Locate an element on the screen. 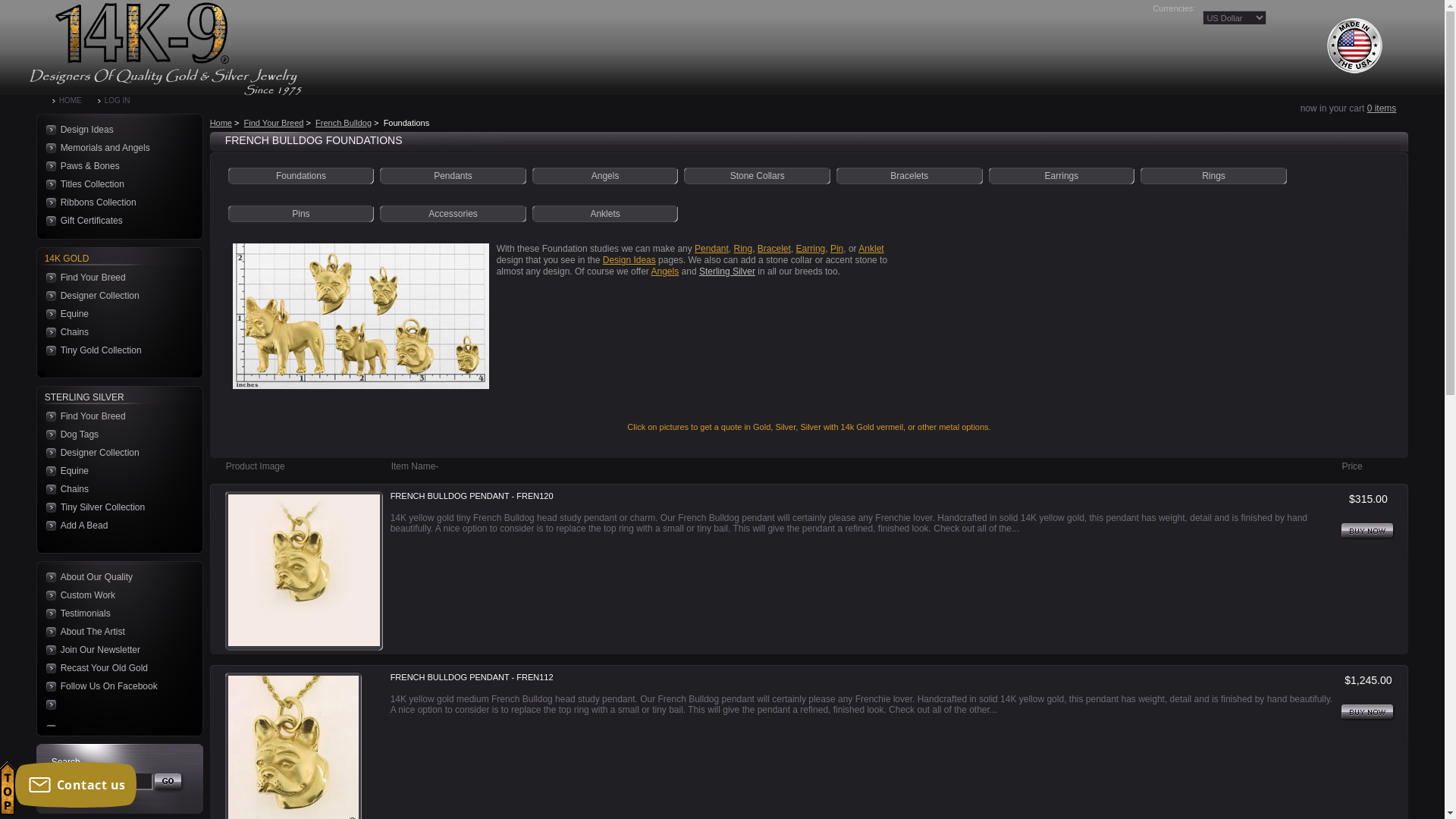 This screenshot has width=1456, height=819. 'FRENCH BULLDOG PENDANT - FREN112' is located at coordinates (471, 677).